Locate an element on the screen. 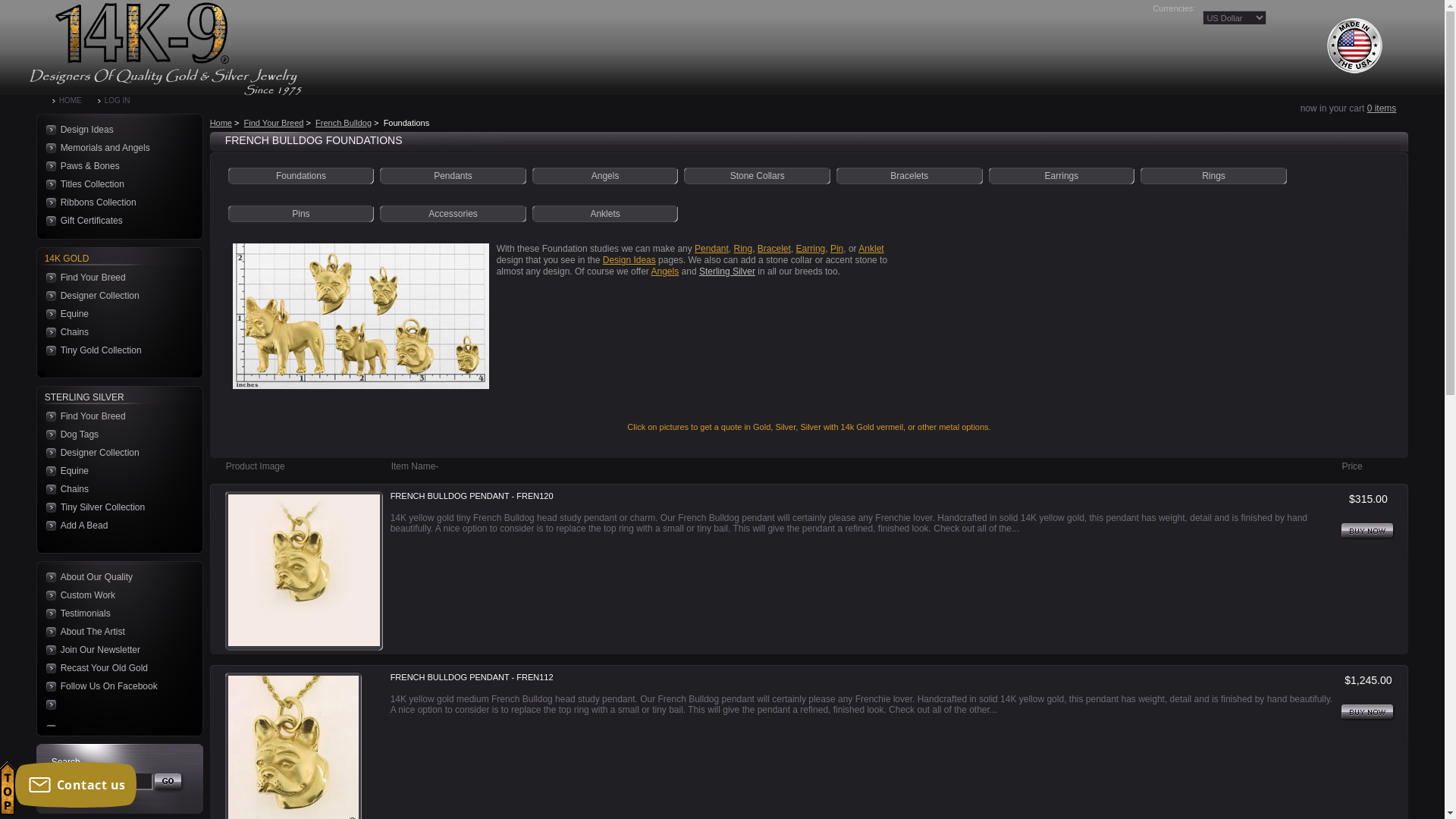 This screenshot has width=1456, height=819. 'FRENCH BULLDOG PENDANT - FREN112' is located at coordinates (471, 677).